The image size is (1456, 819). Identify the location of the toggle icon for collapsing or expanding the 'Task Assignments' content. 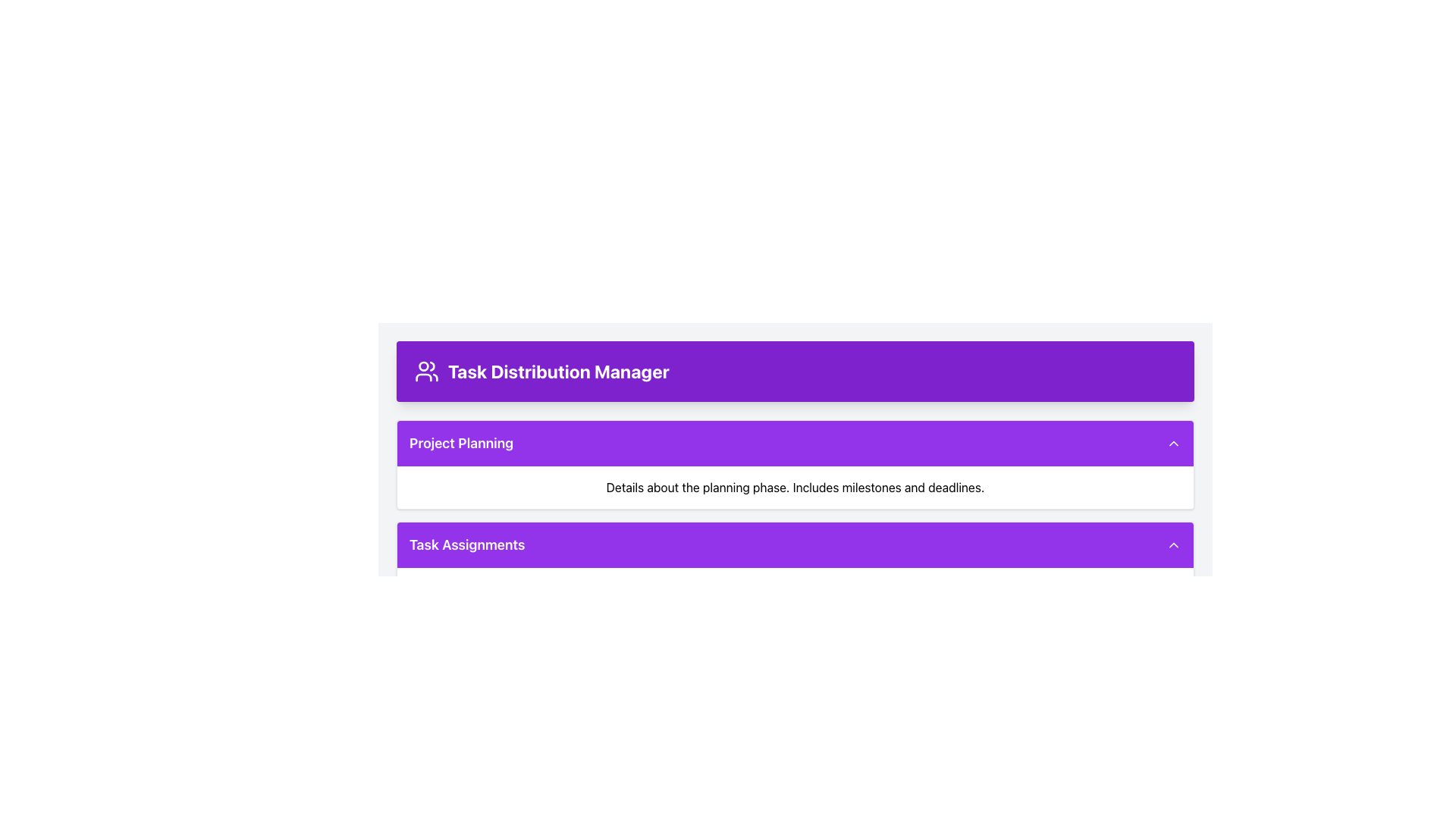
(1173, 544).